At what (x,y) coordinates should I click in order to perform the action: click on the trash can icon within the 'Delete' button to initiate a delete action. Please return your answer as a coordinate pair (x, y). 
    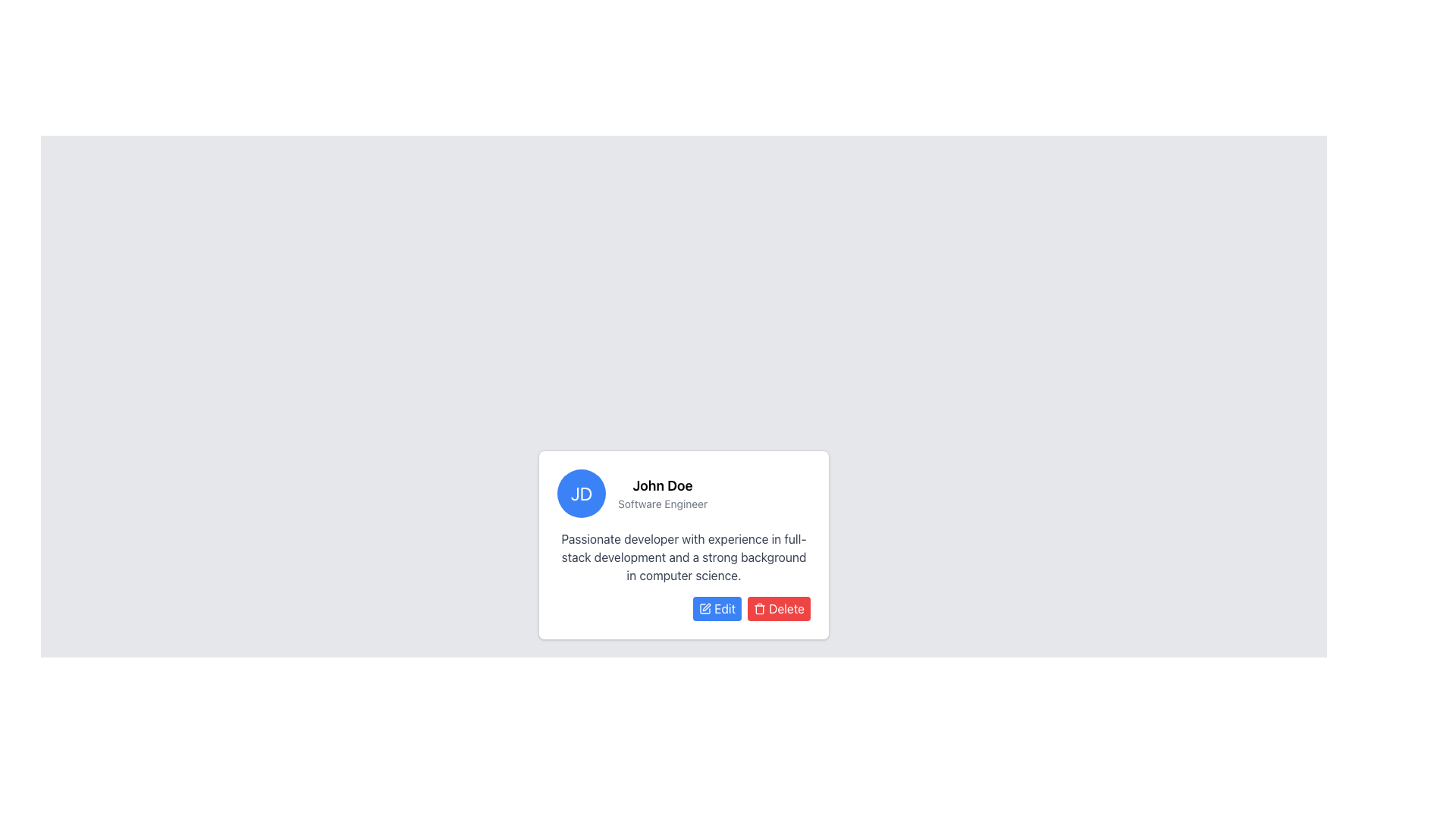
    Looking at the image, I should click on (760, 607).